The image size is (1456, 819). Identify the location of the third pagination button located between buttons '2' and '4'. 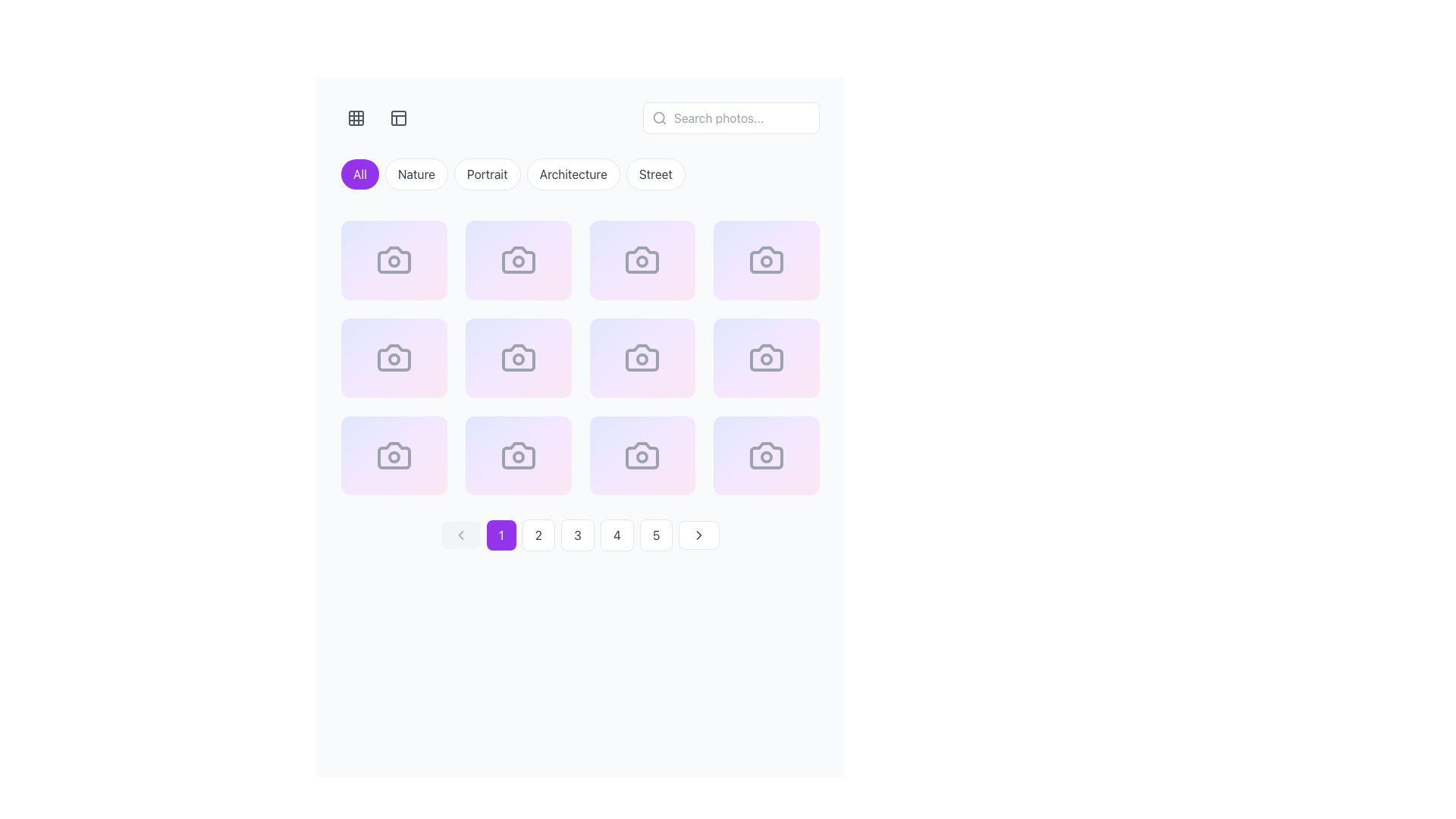
(579, 535).